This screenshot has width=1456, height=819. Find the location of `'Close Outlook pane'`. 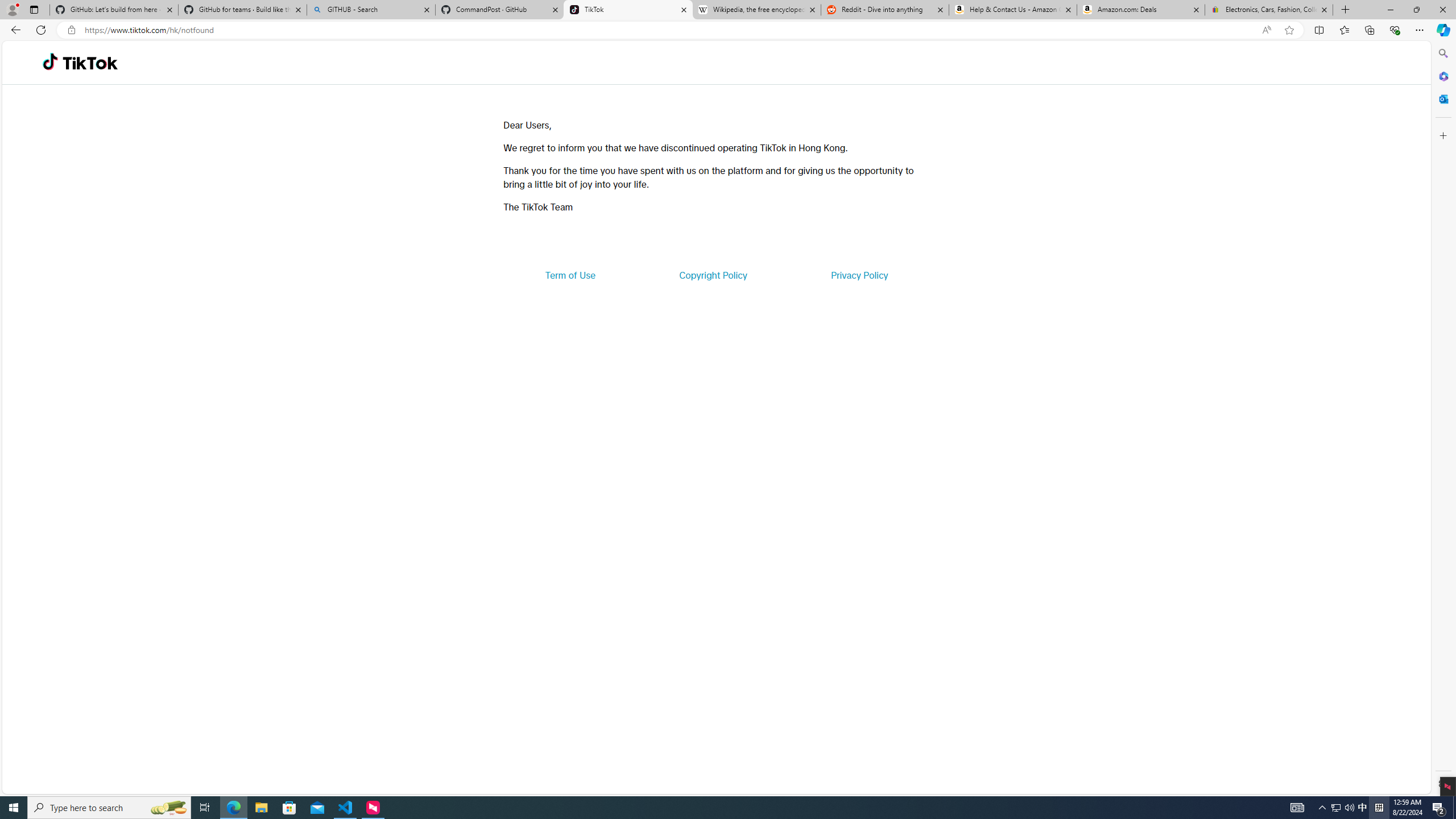

'Close Outlook pane' is located at coordinates (1442, 98).